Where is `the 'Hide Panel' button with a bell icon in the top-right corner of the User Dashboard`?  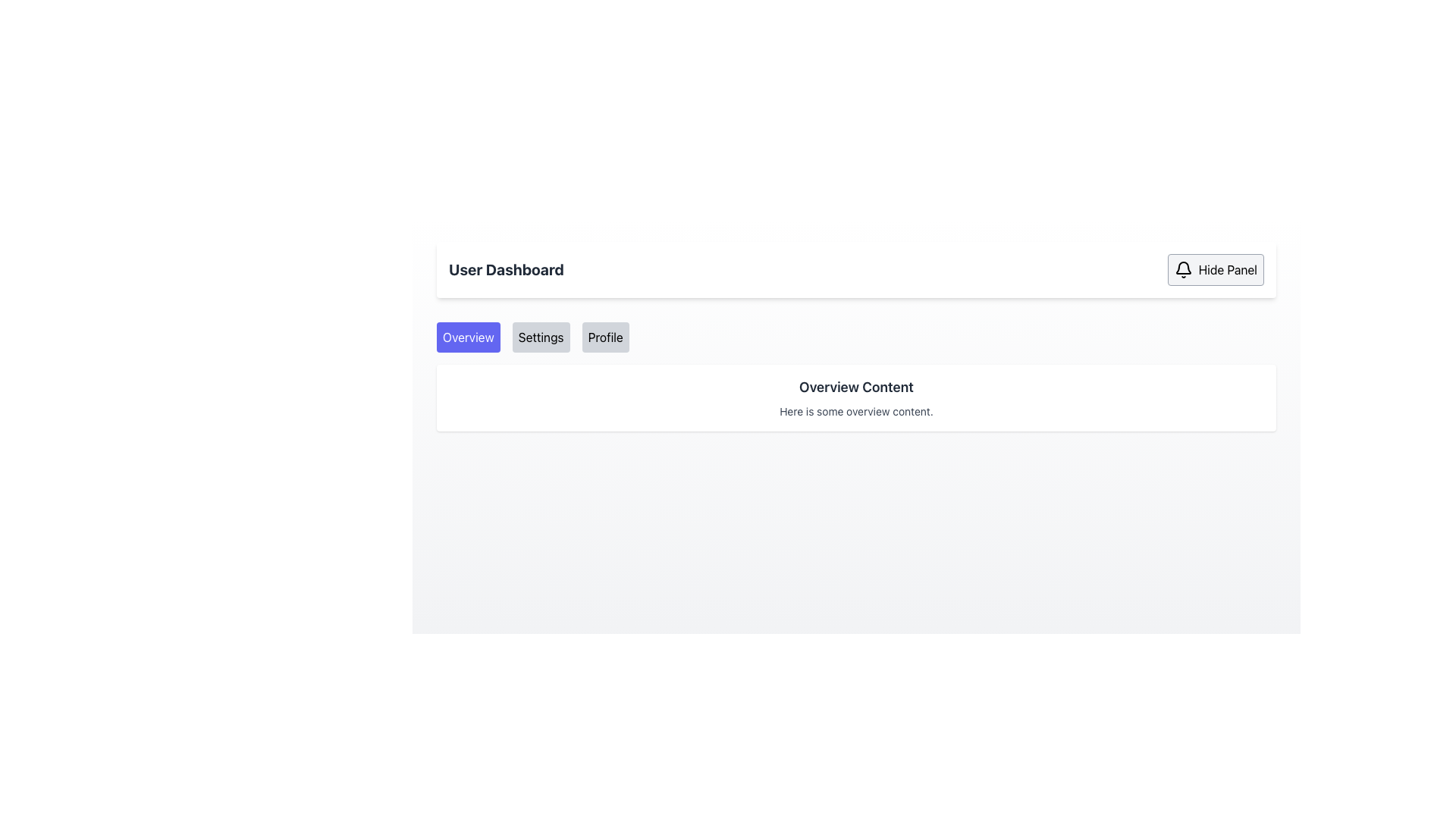 the 'Hide Panel' button with a bell icon in the top-right corner of the User Dashboard is located at coordinates (1216, 268).